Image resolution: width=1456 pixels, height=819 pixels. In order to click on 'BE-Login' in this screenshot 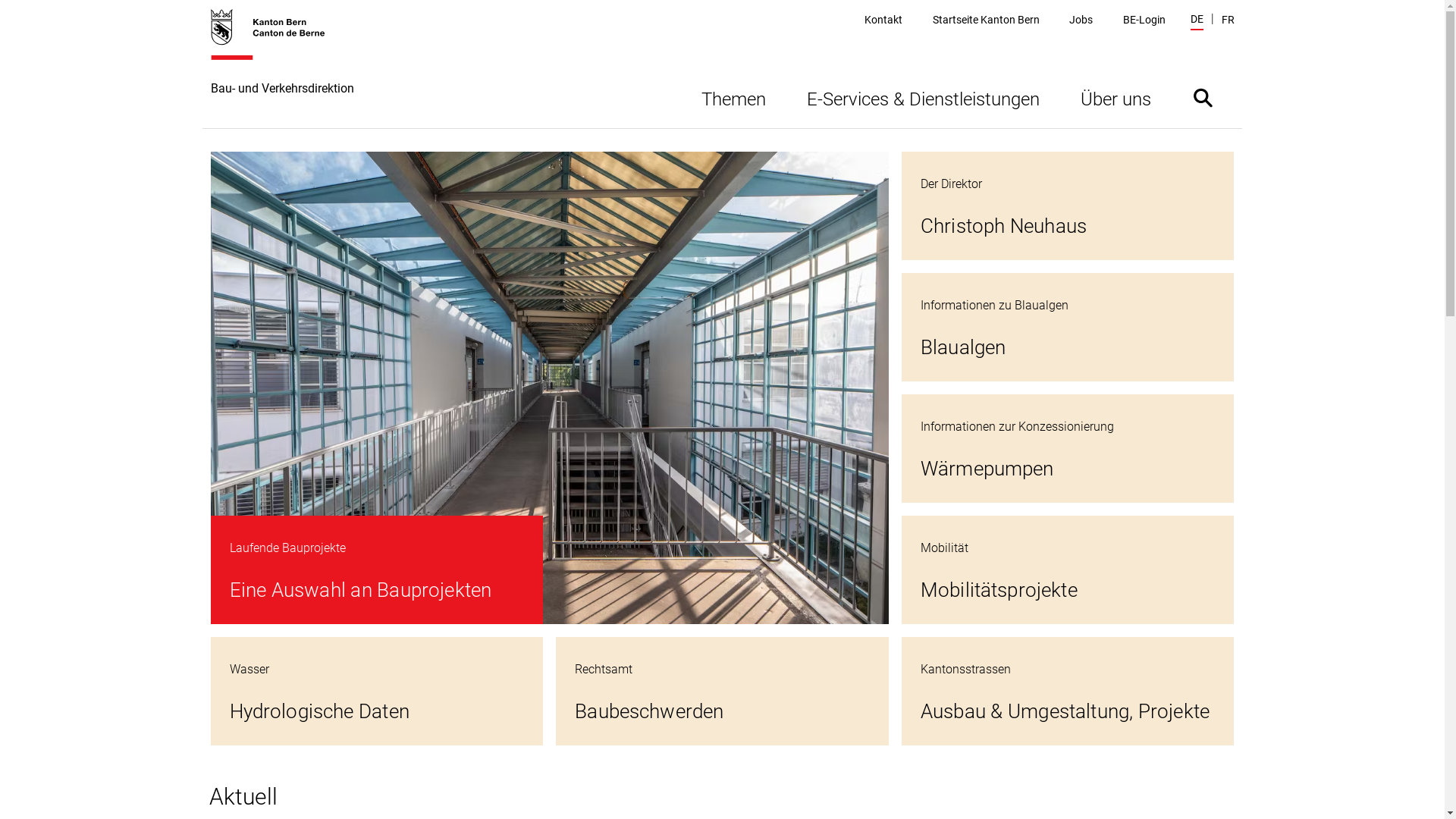, I will do `click(1144, 20)`.